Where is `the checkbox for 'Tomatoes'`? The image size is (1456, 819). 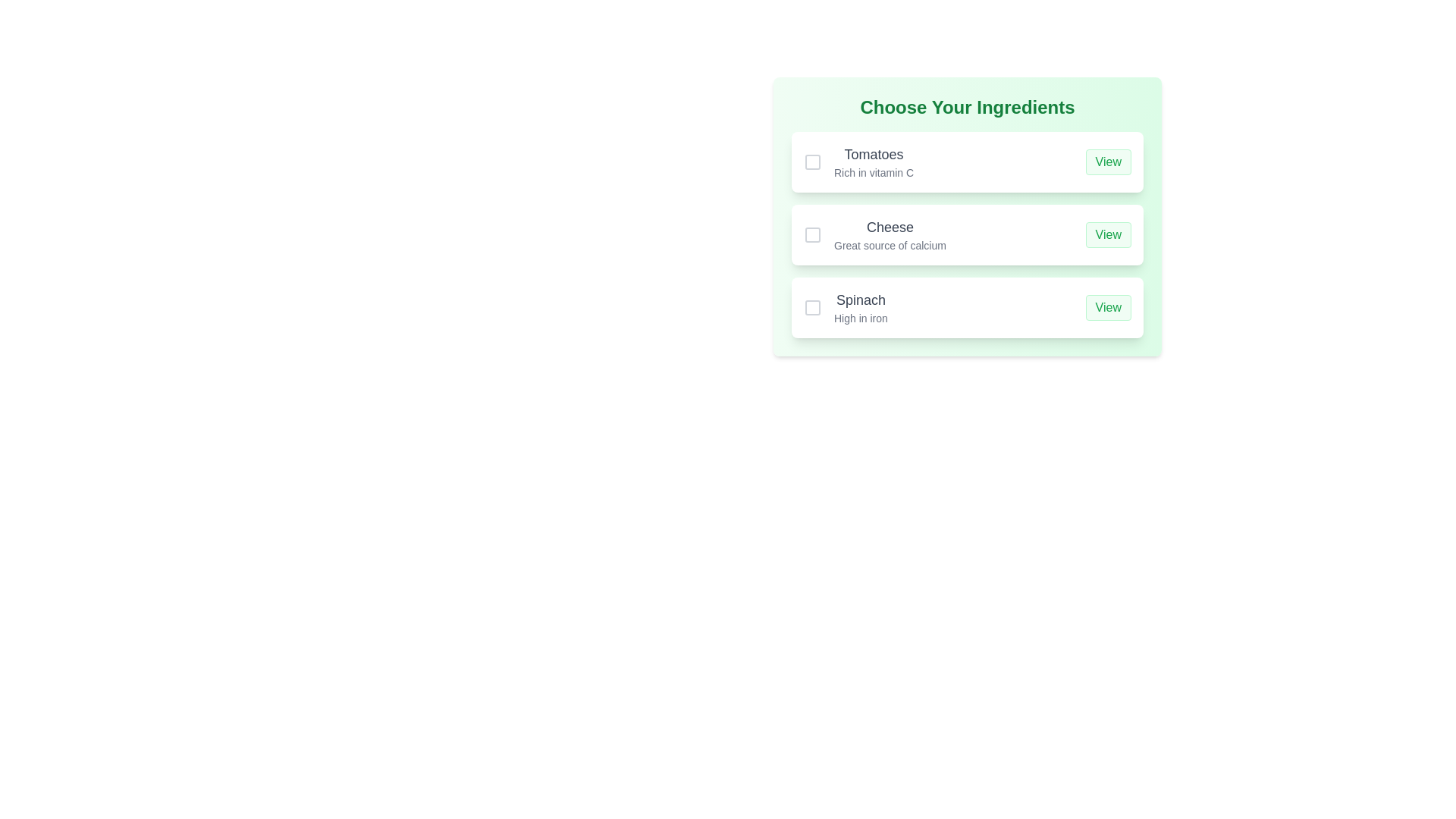 the checkbox for 'Tomatoes' is located at coordinates (811, 162).